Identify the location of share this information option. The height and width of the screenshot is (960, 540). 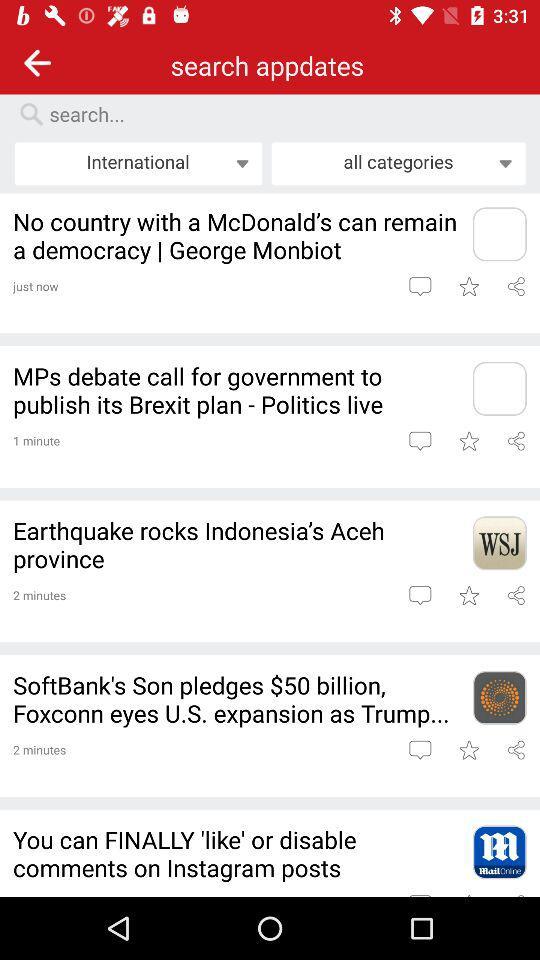
(516, 441).